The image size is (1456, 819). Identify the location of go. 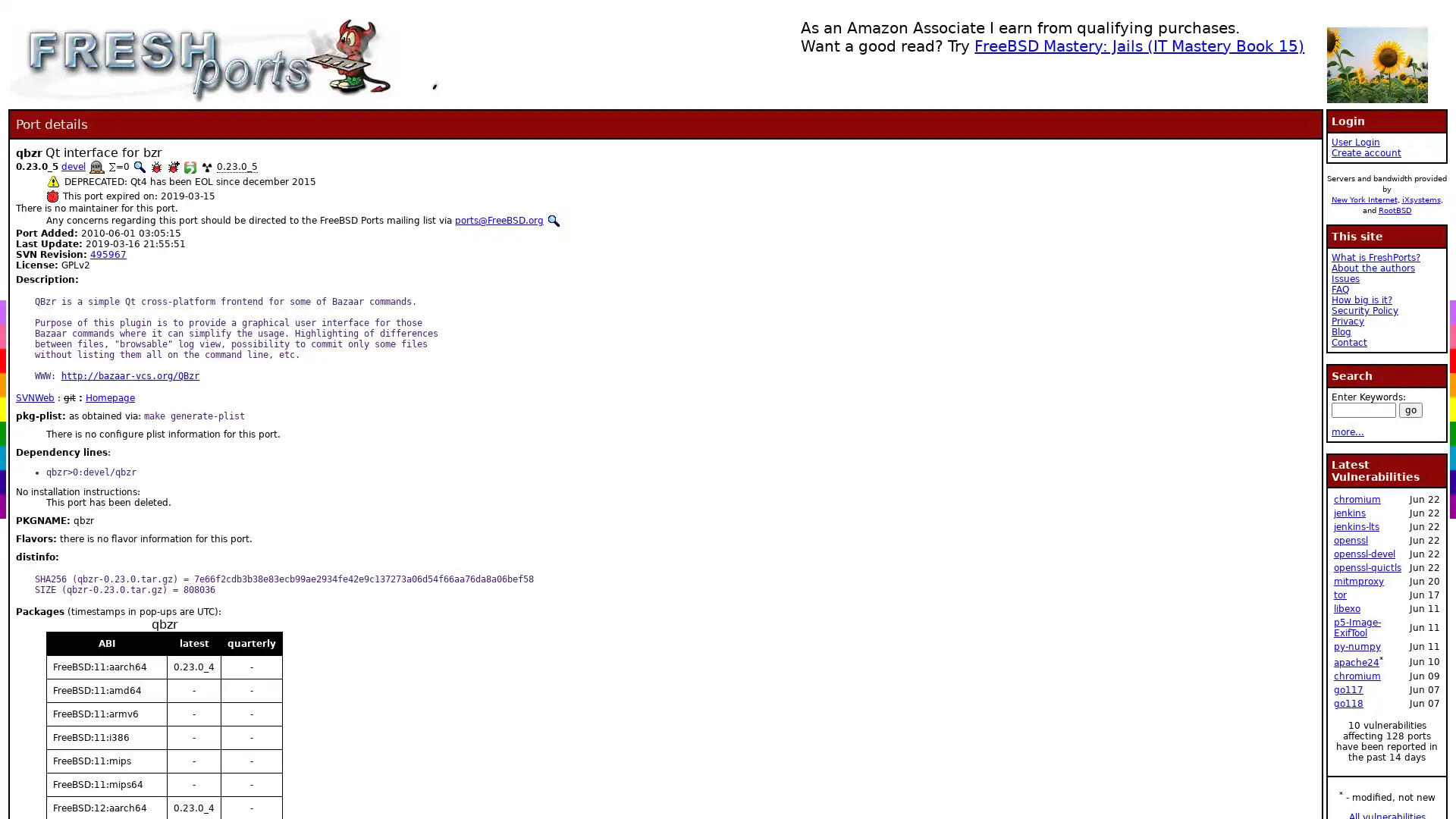
(1410, 409).